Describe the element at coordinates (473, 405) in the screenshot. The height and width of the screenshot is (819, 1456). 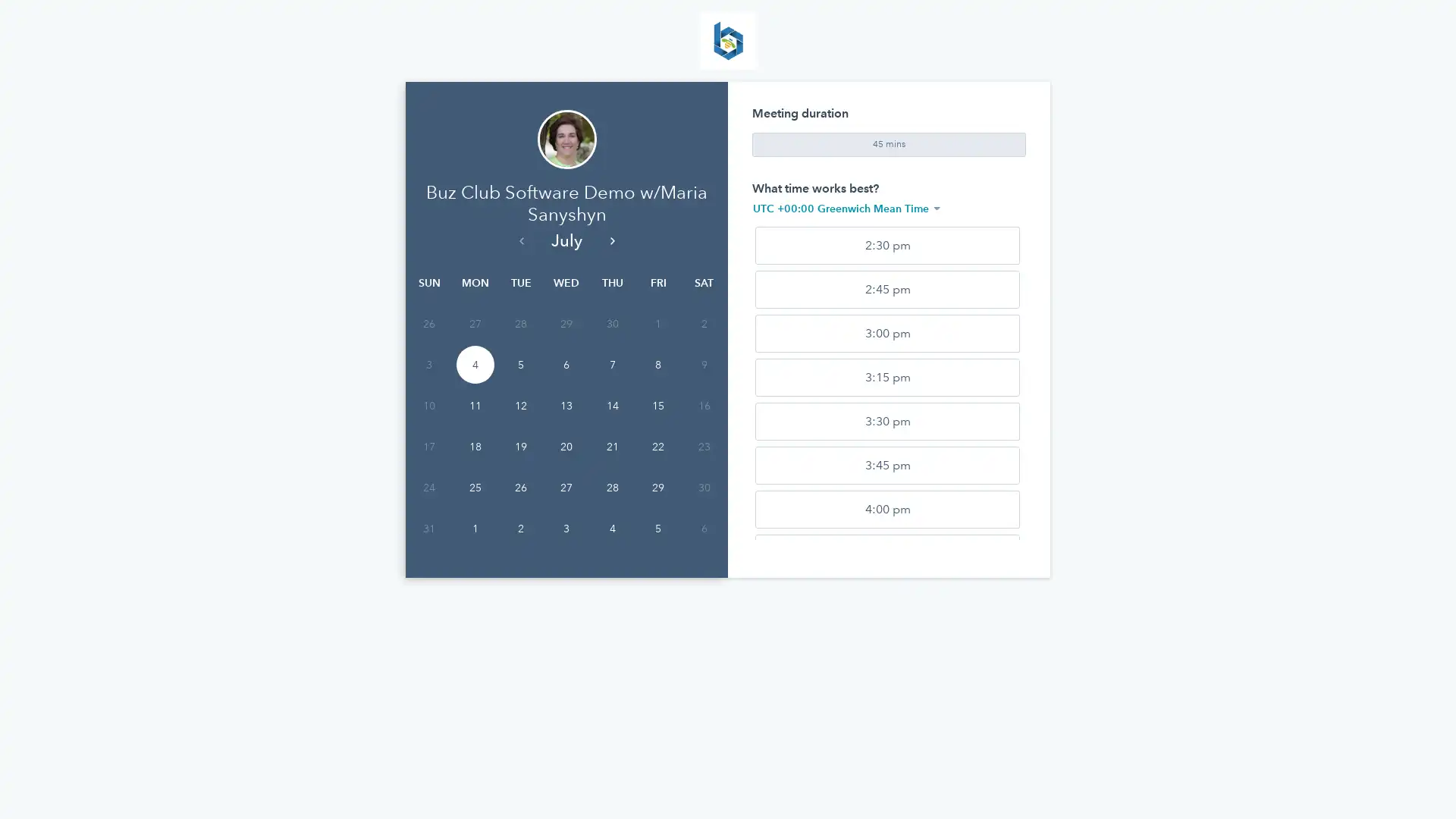
I see `July 11th` at that location.